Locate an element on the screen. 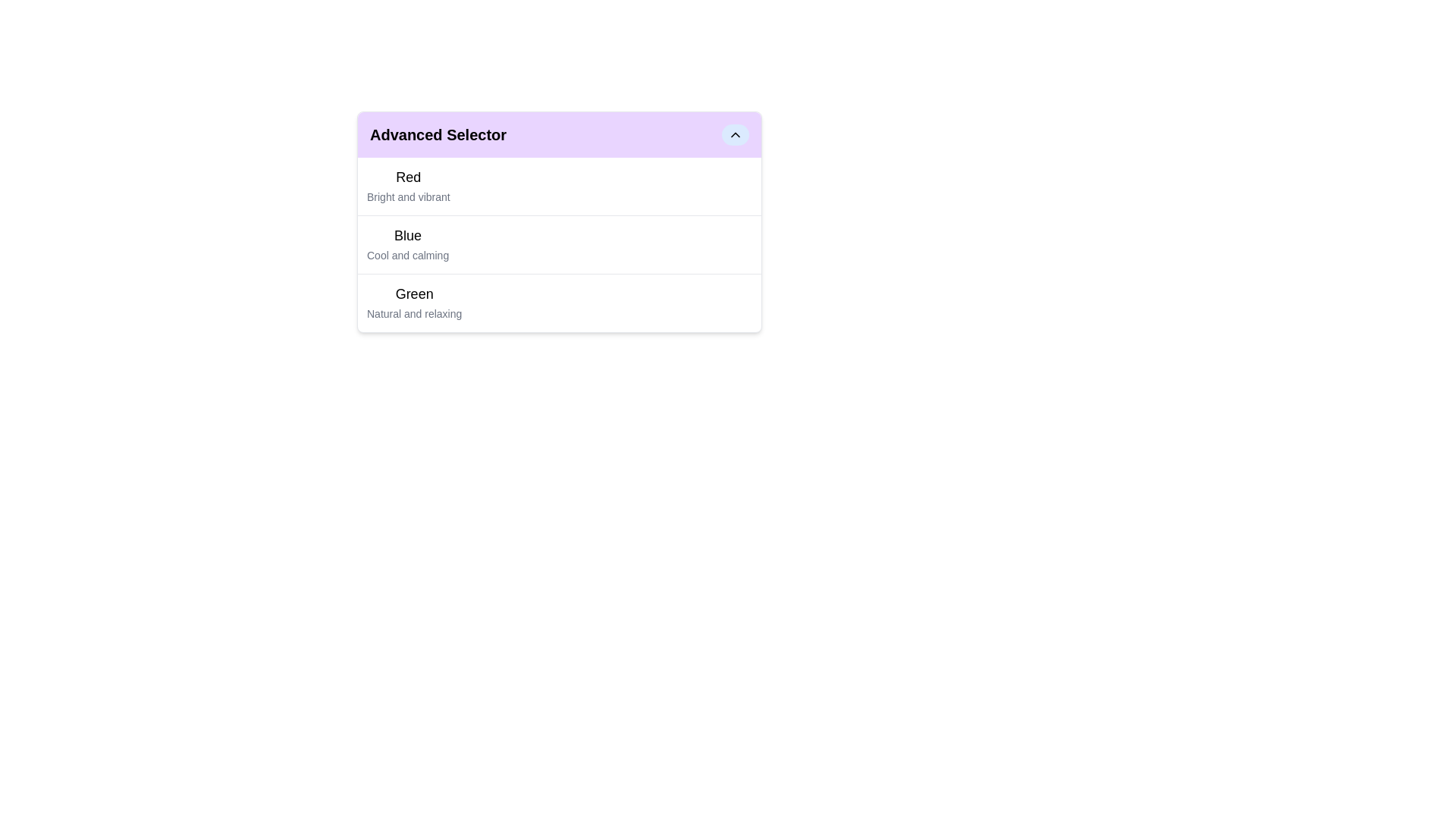 This screenshot has width=1456, height=819. the selectable option labeled 'Blue' with the subtitle 'Cool and calming', which is the second item in a vertically stacked list is located at coordinates (559, 243).